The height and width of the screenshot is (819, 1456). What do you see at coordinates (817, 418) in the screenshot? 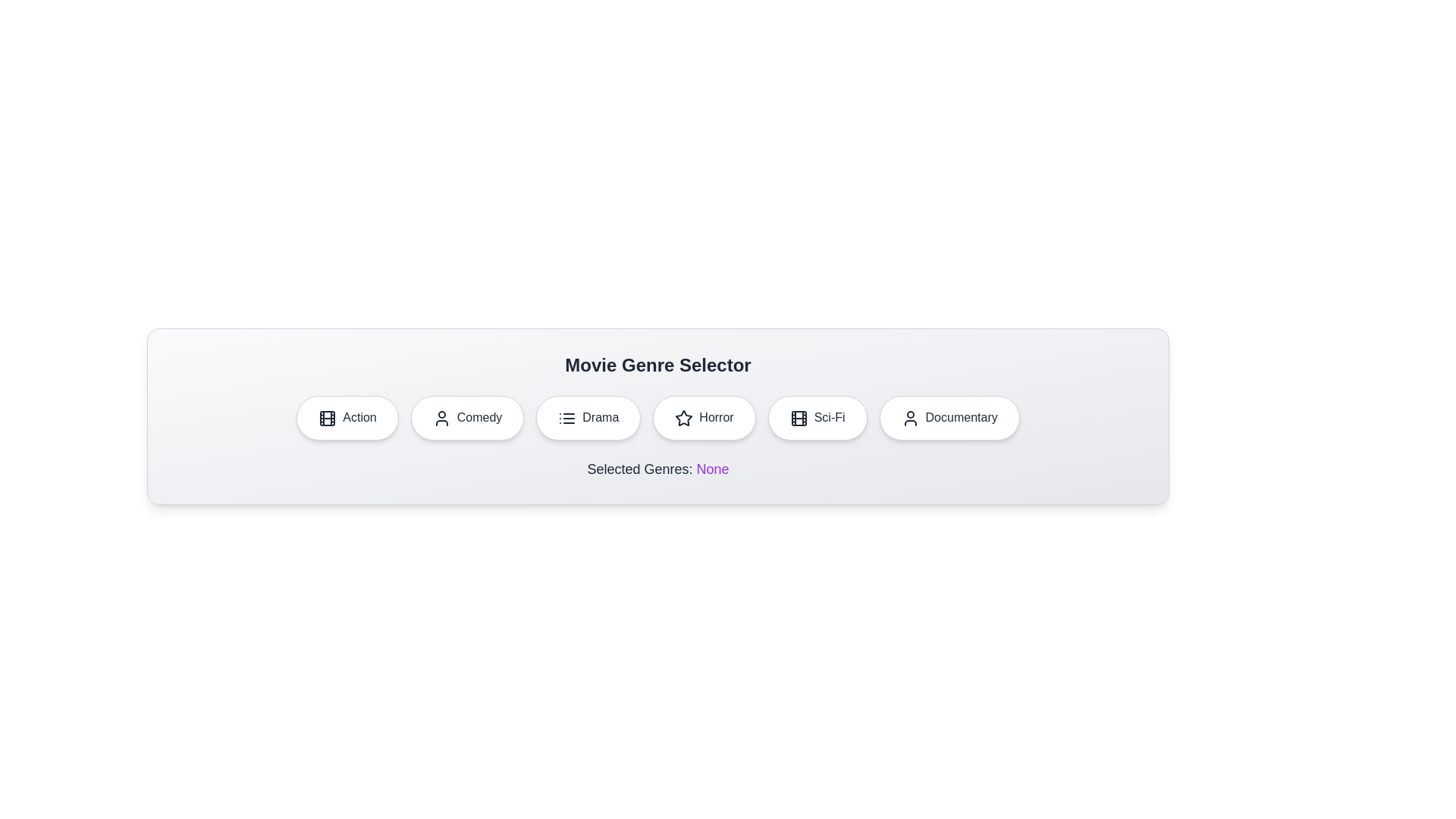
I see `the 'Sci-Fi' genre button, which is the fifth button from the left in the horizontal row of genre buttons` at bounding box center [817, 418].